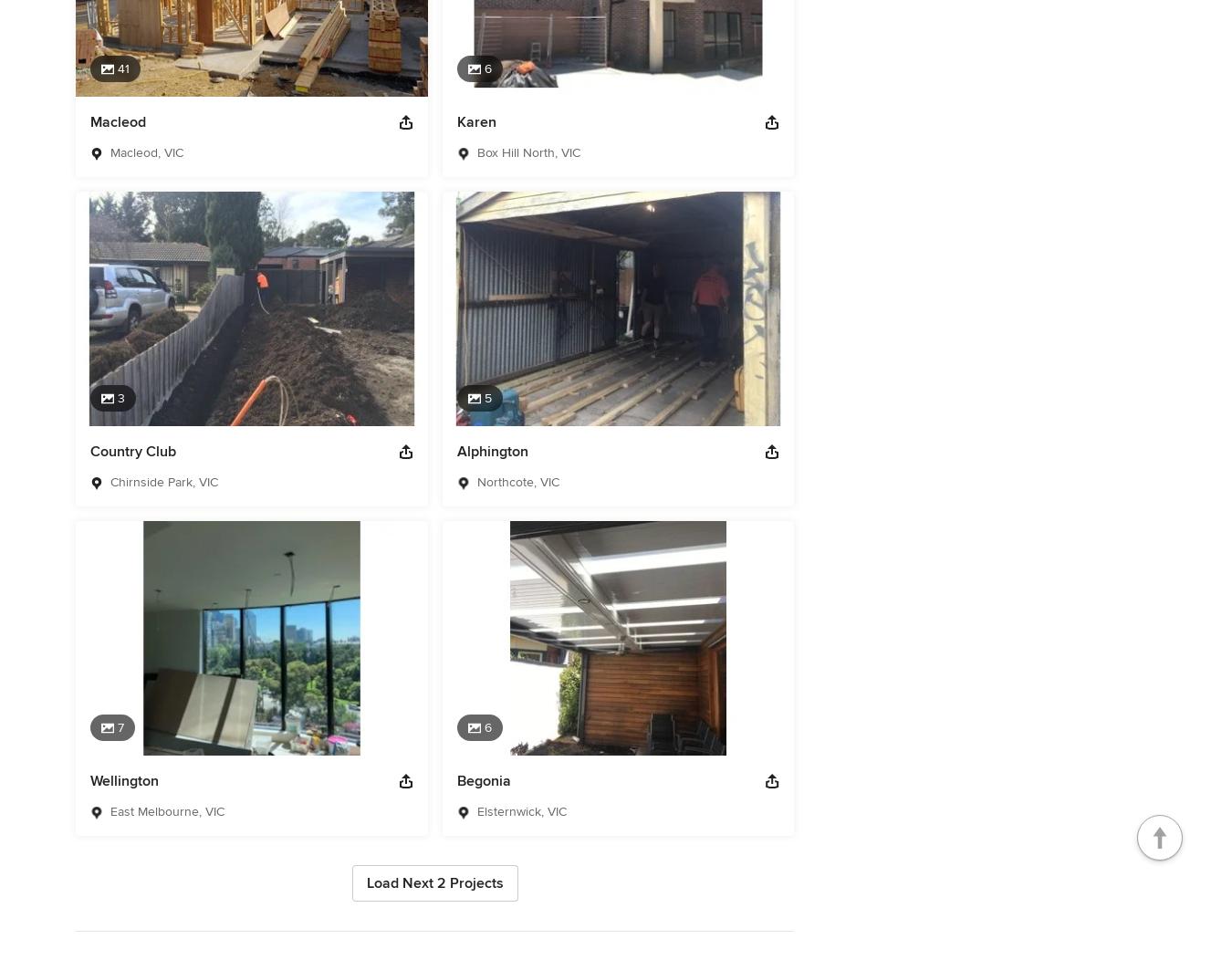  What do you see at coordinates (475, 482) in the screenshot?
I see `'Northcote, VIC'` at bounding box center [475, 482].